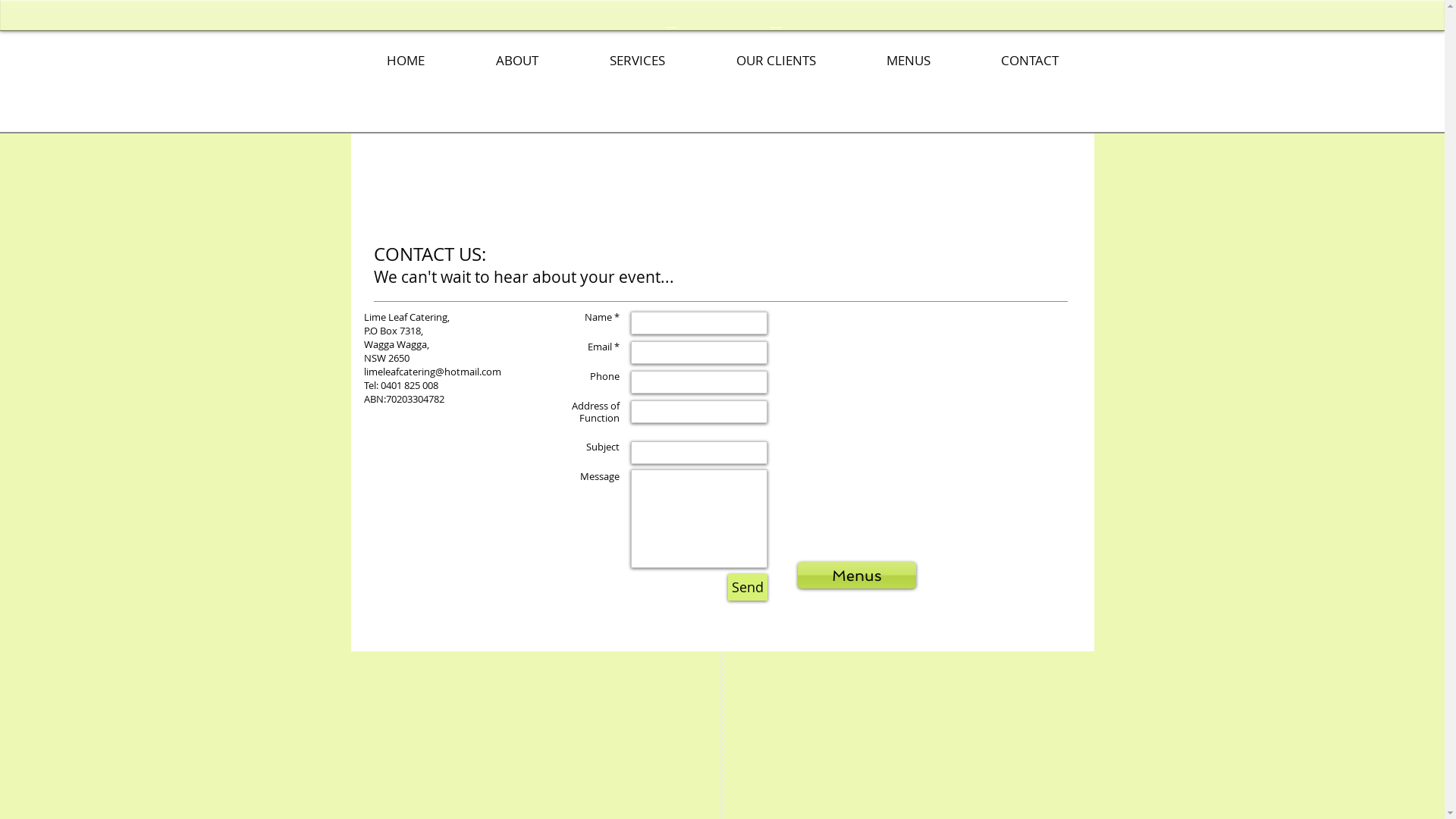 The image size is (1456, 819). I want to click on 'ABOUT', so click(516, 60).